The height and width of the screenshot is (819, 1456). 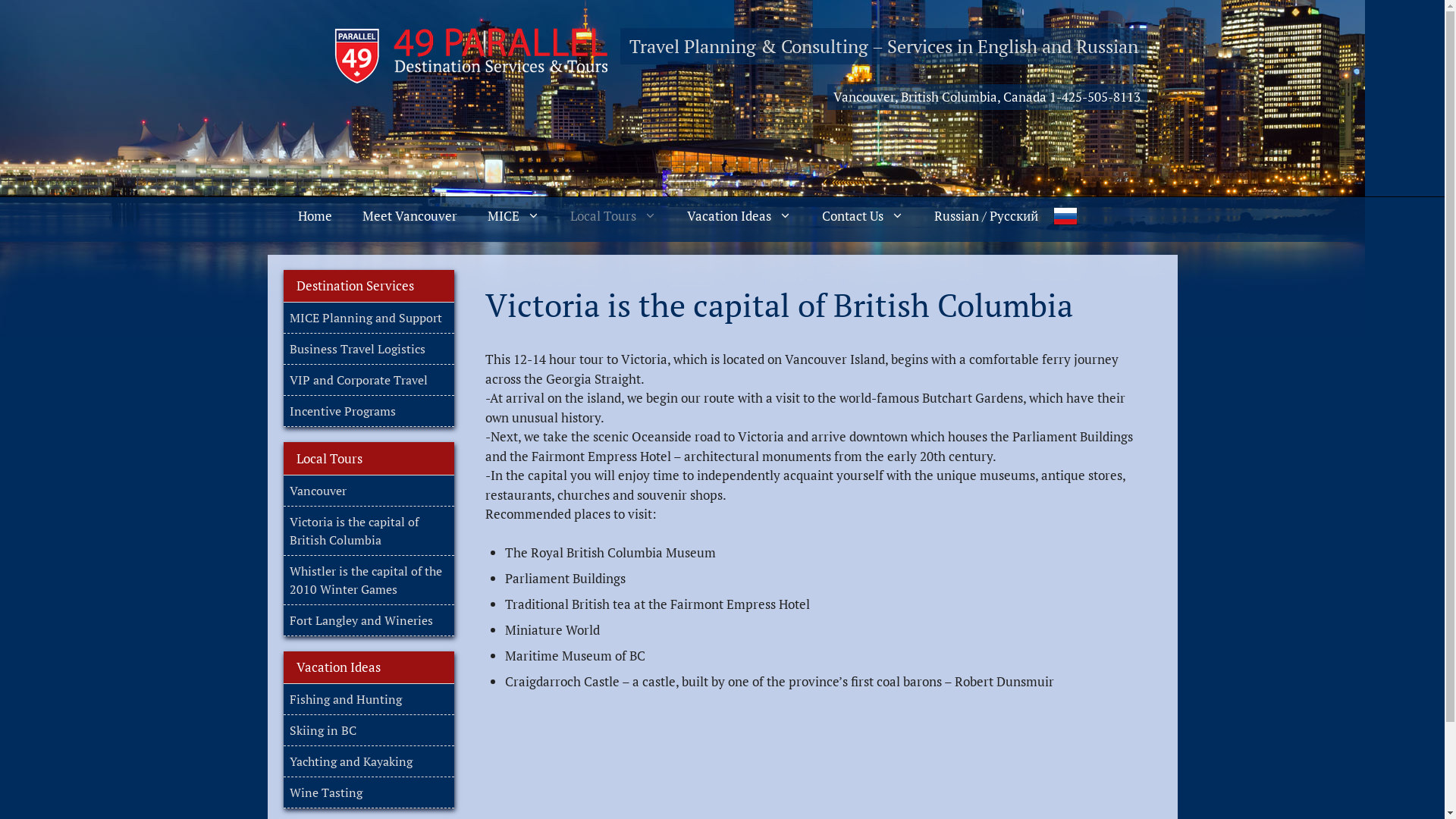 What do you see at coordinates (341, 411) in the screenshot?
I see `'Incentive Programs'` at bounding box center [341, 411].